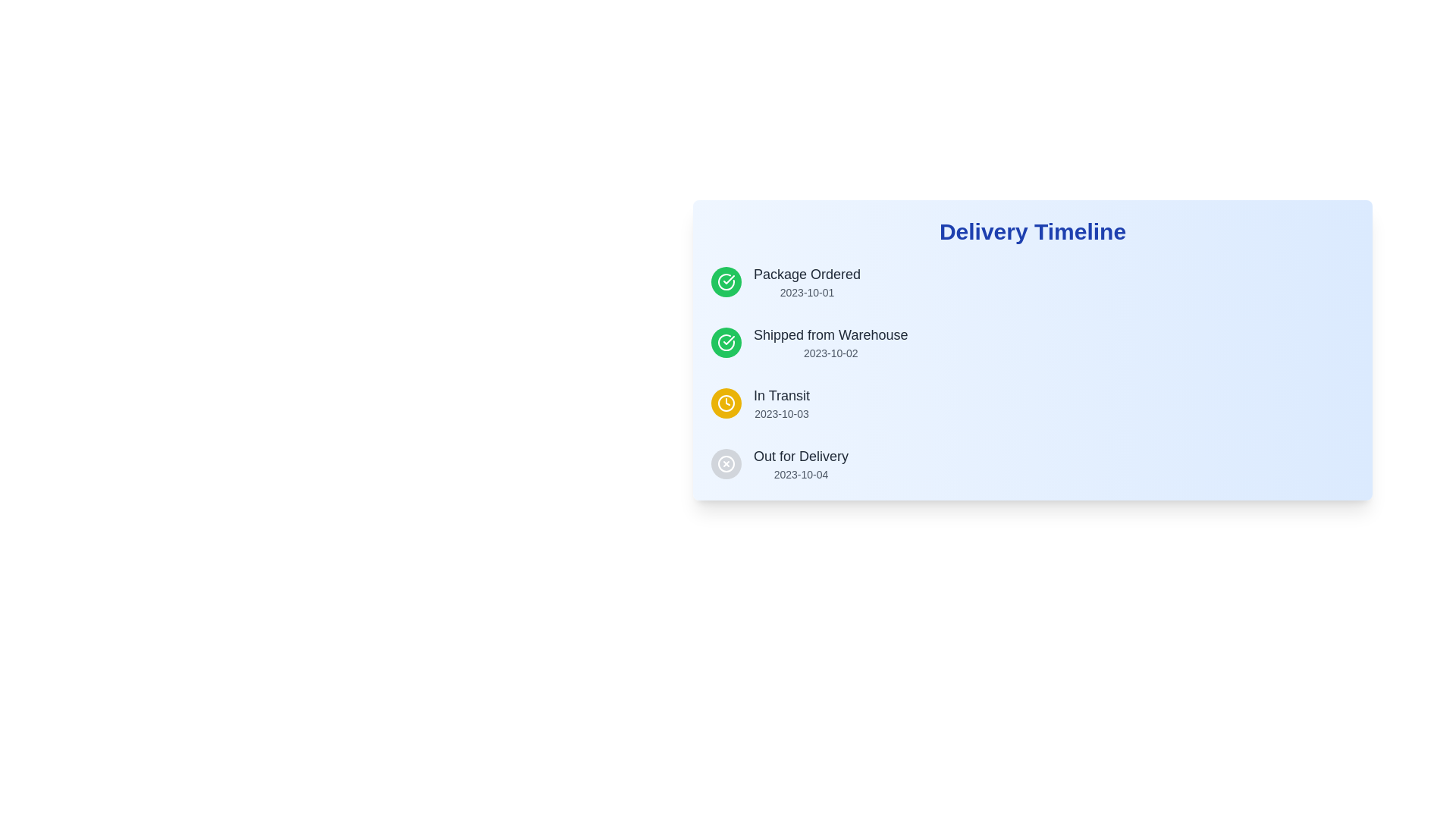 The width and height of the screenshot is (1456, 819). Describe the element at coordinates (806, 275) in the screenshot. I see `the 'Package Ordered' text label in the Delivery Timeline section, which is styled in bold dark gray font and is the first item in the list, located below a green checkmark icon` at that location.